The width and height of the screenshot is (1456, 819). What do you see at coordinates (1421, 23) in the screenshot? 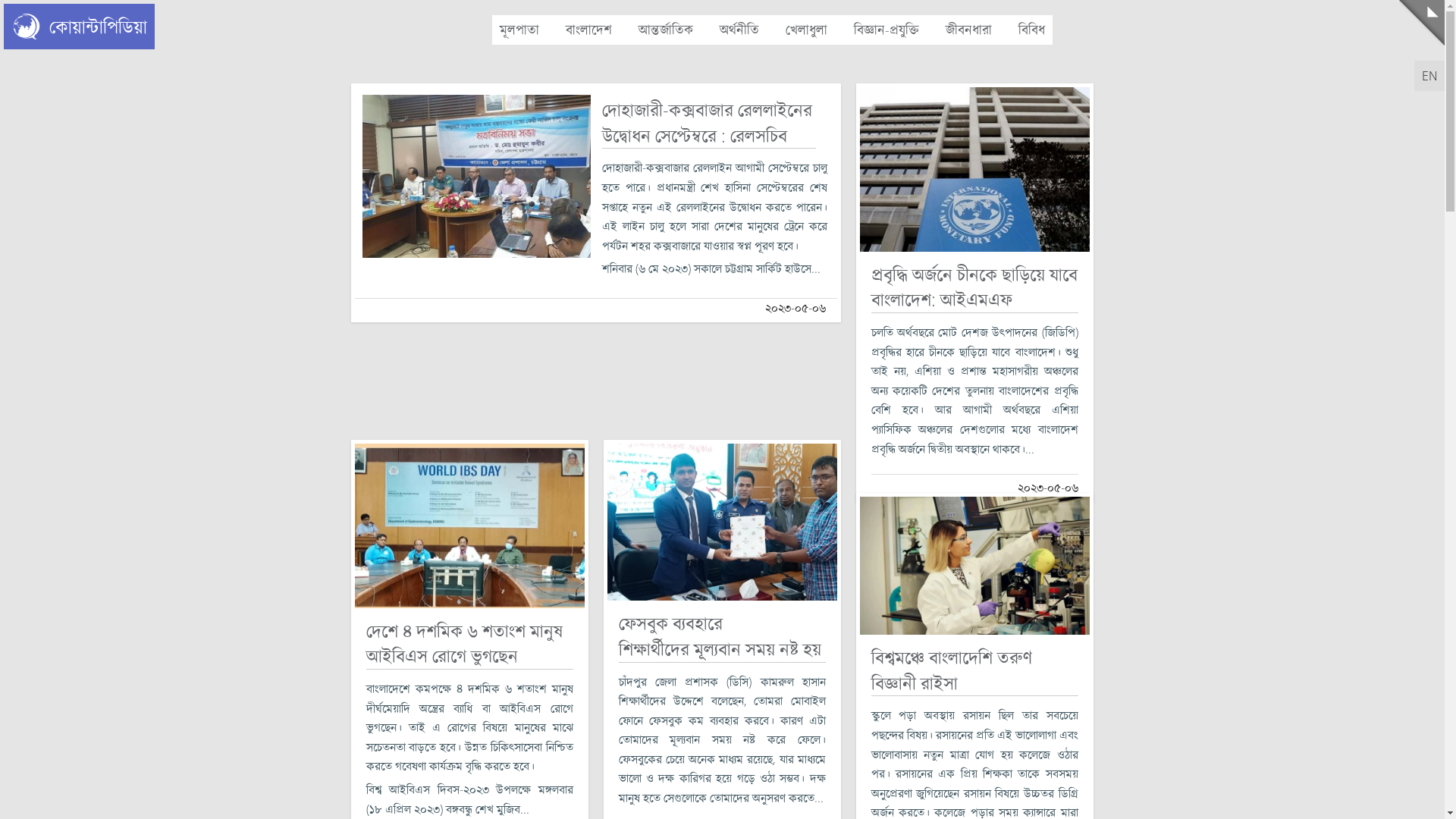
I see `'Menu'` at bounding box center [1421, 23].